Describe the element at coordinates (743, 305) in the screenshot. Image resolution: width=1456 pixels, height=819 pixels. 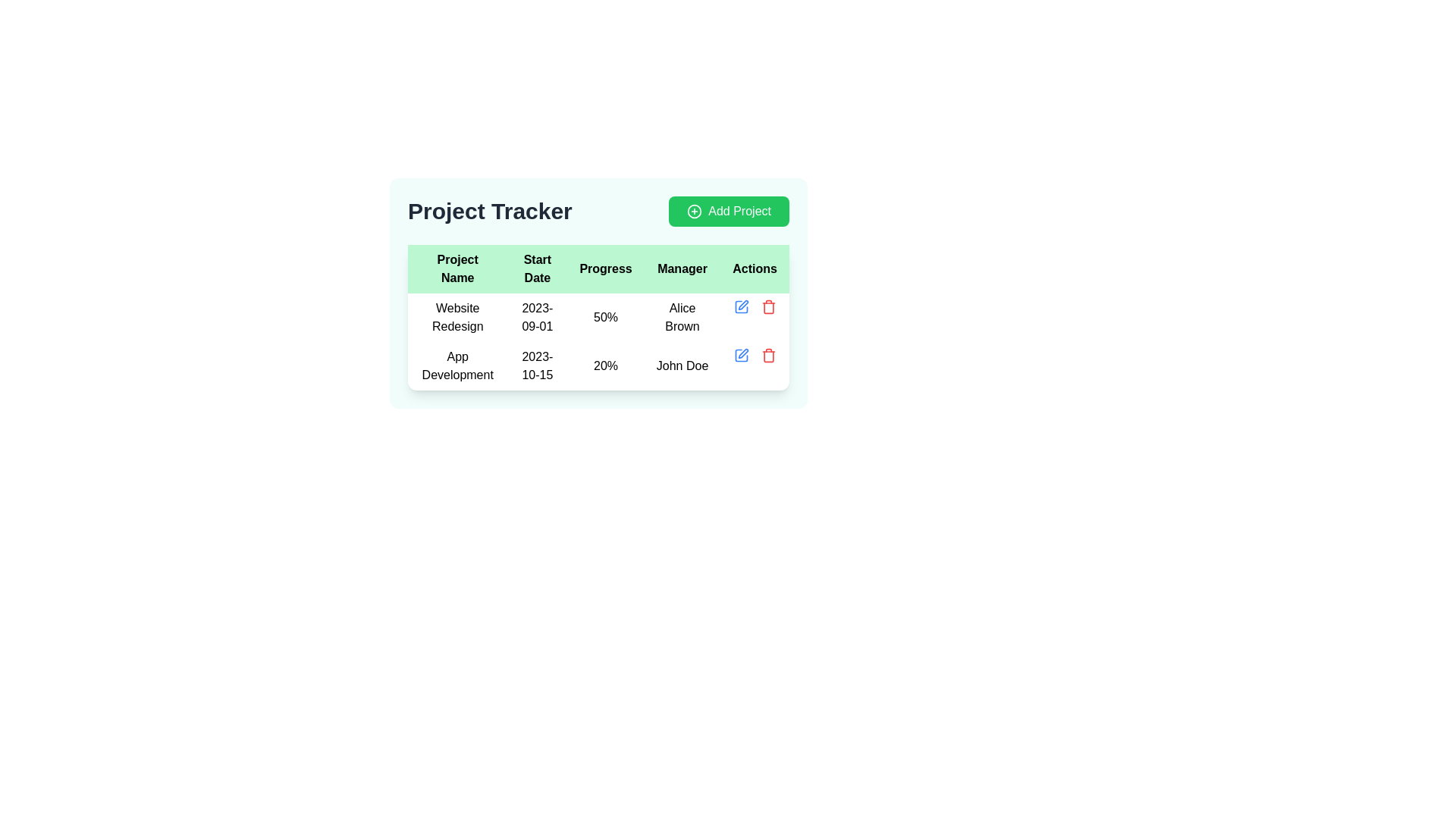
I see `the blue pen-like icon representing an edit action located in the 'Actions' column of the table for the 'App Development' project` at that location.